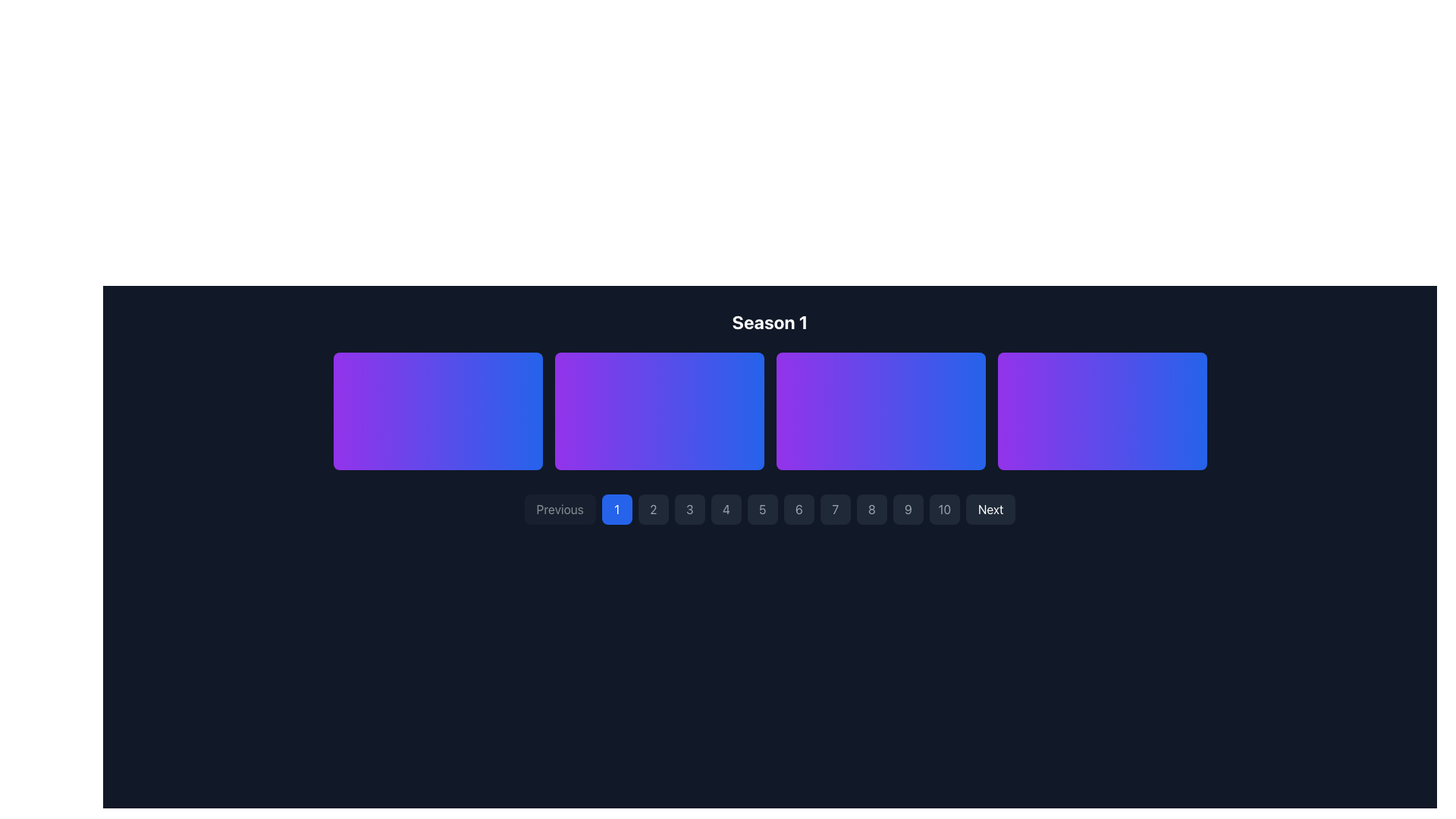 The image size is (1456, 819). What do you see at coordinates (834, 510) in the screenshot?
I see `the pagination button representing page number 7` at bounding box center [834, 510].